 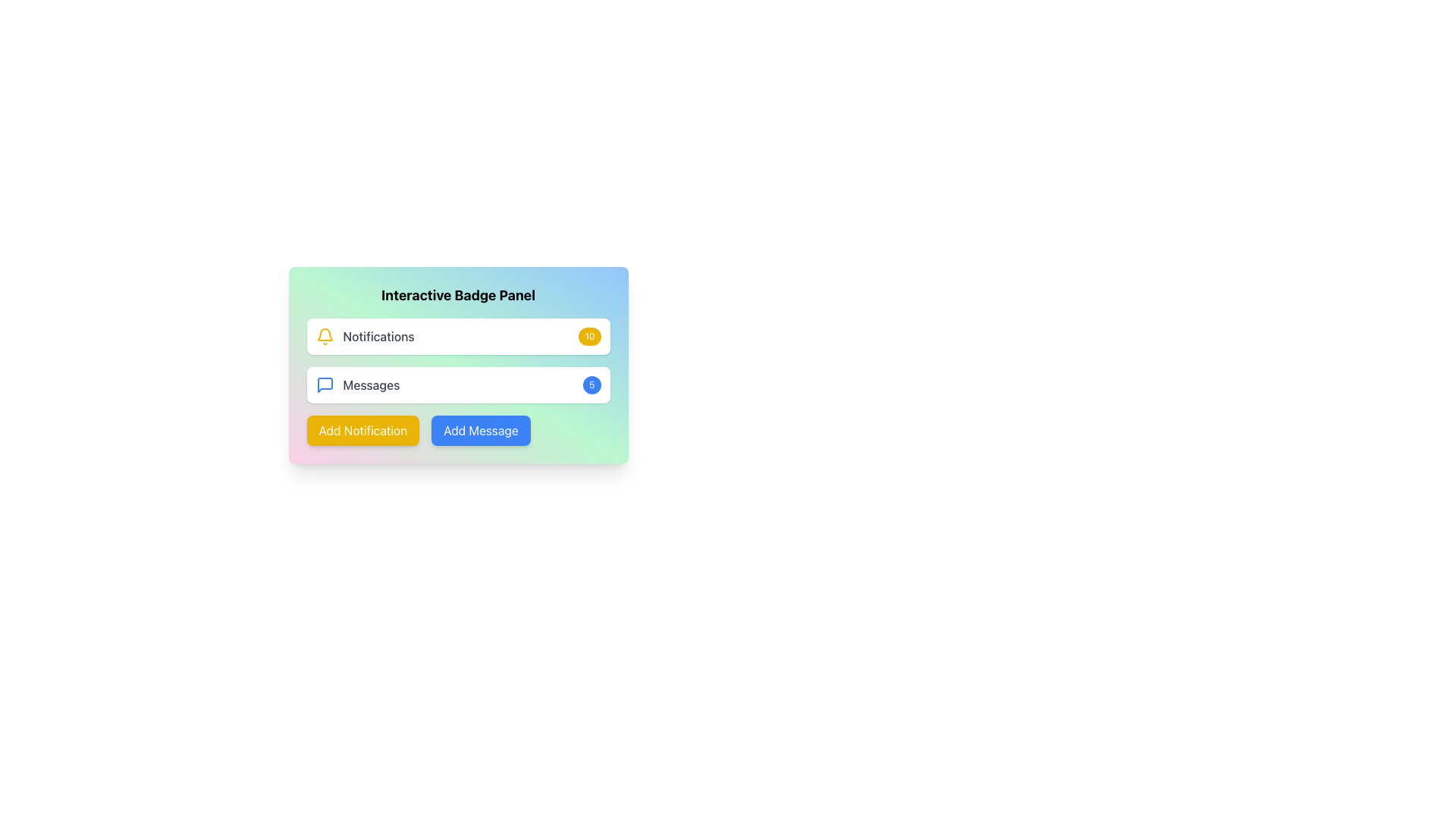 What do you see at coordinates (480, 430) in the screenshot?
I see `the interactive button located to the right of the 'Add Notification' button, situated at the bottom of the panel under the 'Messages' label and text box` at bounding box center [480, 430].